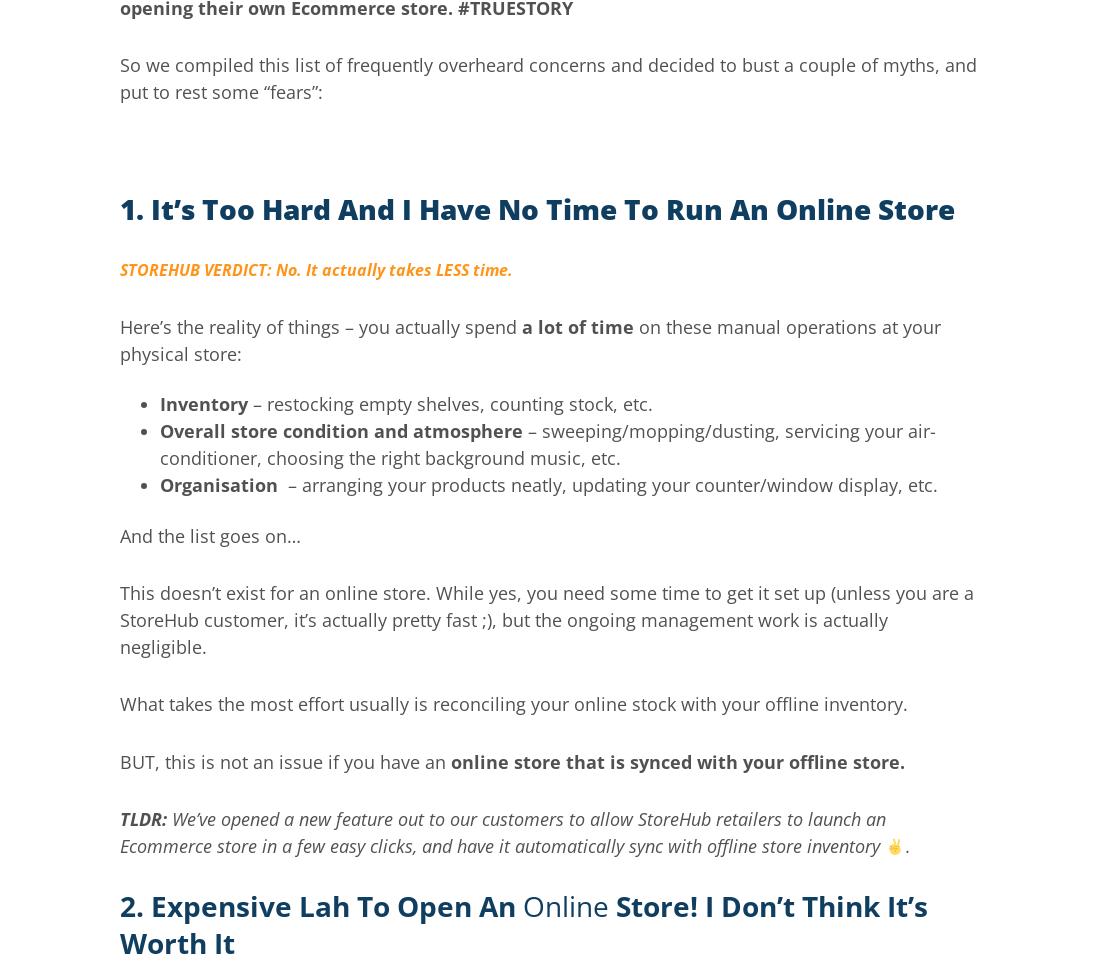 This screenshot has height=976, width=1105. I want to click on 'TLDR:', so click(143, 818).